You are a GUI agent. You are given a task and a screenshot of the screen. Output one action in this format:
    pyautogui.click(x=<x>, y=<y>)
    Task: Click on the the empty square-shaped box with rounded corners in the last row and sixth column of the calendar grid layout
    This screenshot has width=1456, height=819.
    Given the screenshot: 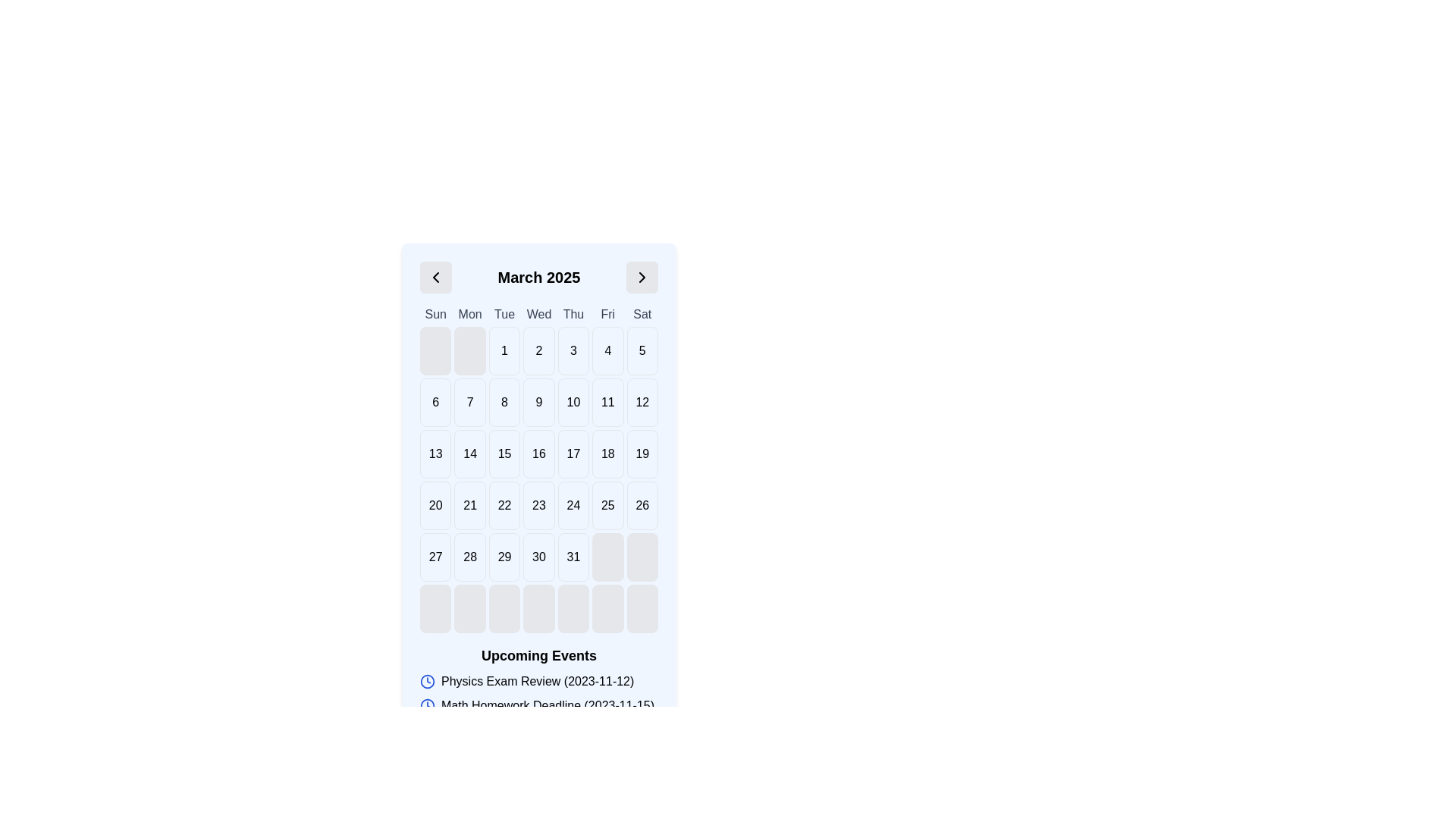 What is the action you would take?
    pyautogui.click(x=607, y=607)
    